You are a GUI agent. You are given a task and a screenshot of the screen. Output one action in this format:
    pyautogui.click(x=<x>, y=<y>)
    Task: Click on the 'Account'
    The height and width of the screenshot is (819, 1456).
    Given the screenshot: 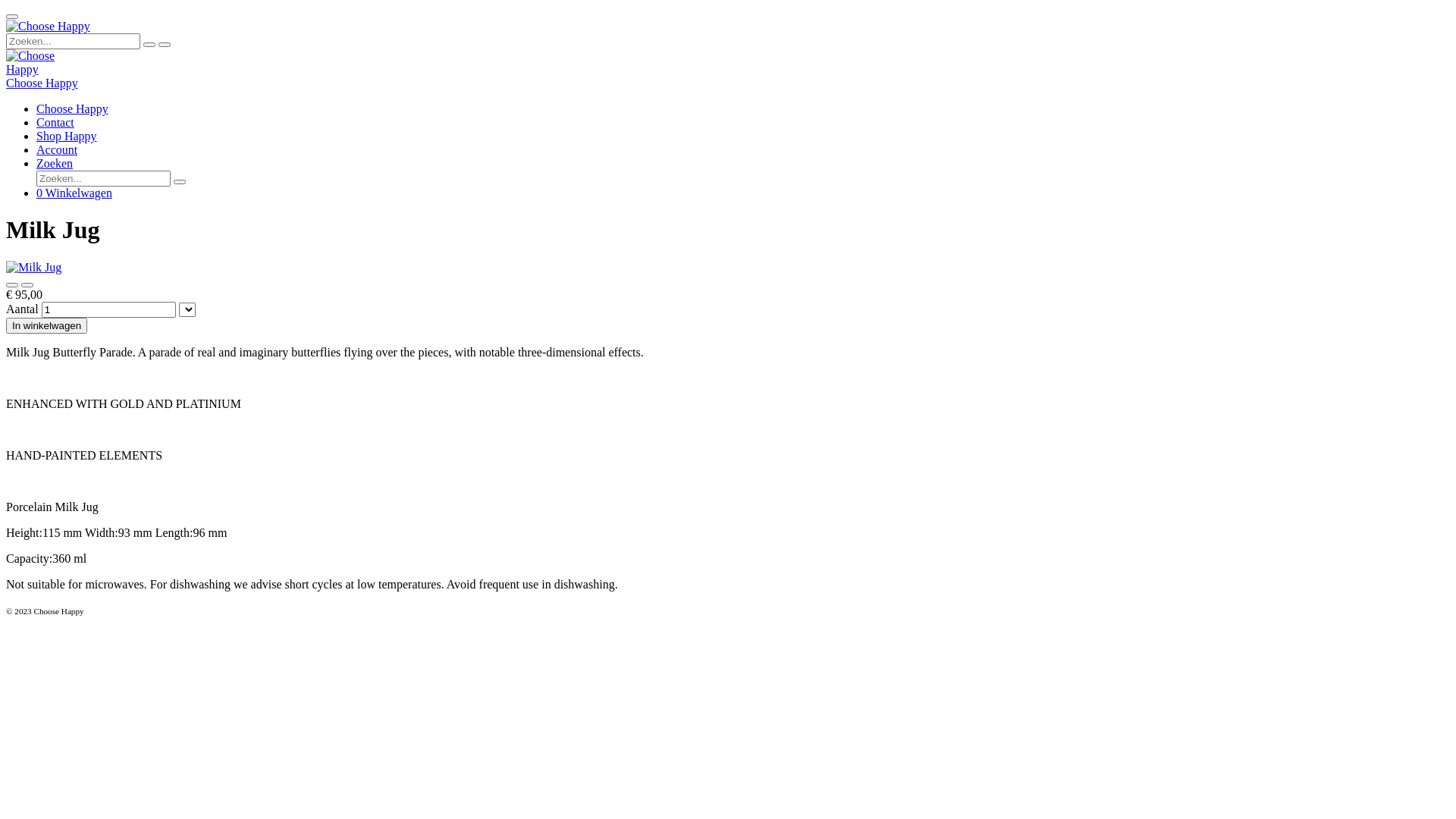 What is the action you would take?
    pyautogui.click(x=57, y=149)
    